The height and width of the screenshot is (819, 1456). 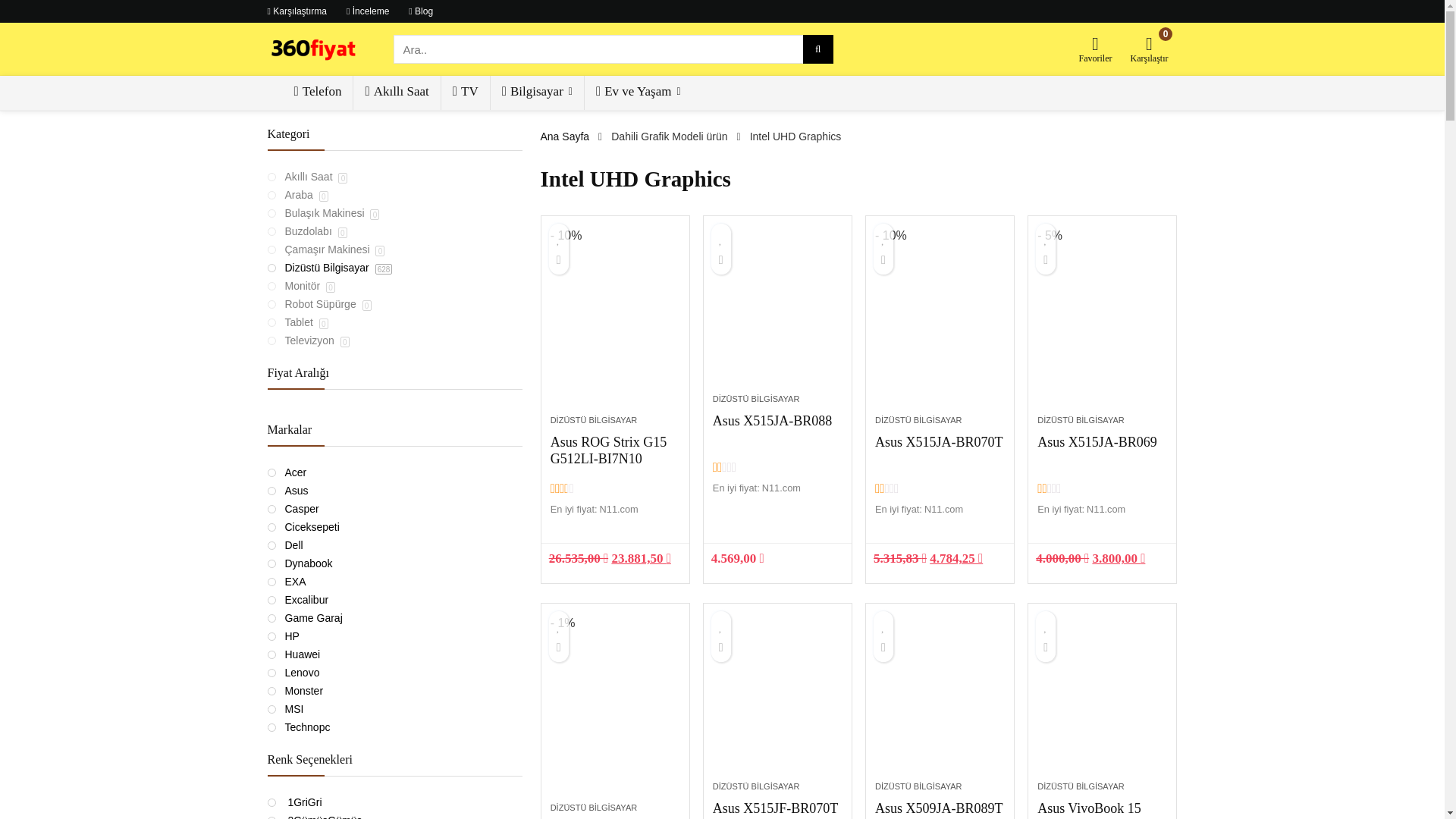 What do you see at coordinates (1097, 441) in the screenshot?
I see `'Asus X515JA-BR069'` at bounding box center [1097, 441].